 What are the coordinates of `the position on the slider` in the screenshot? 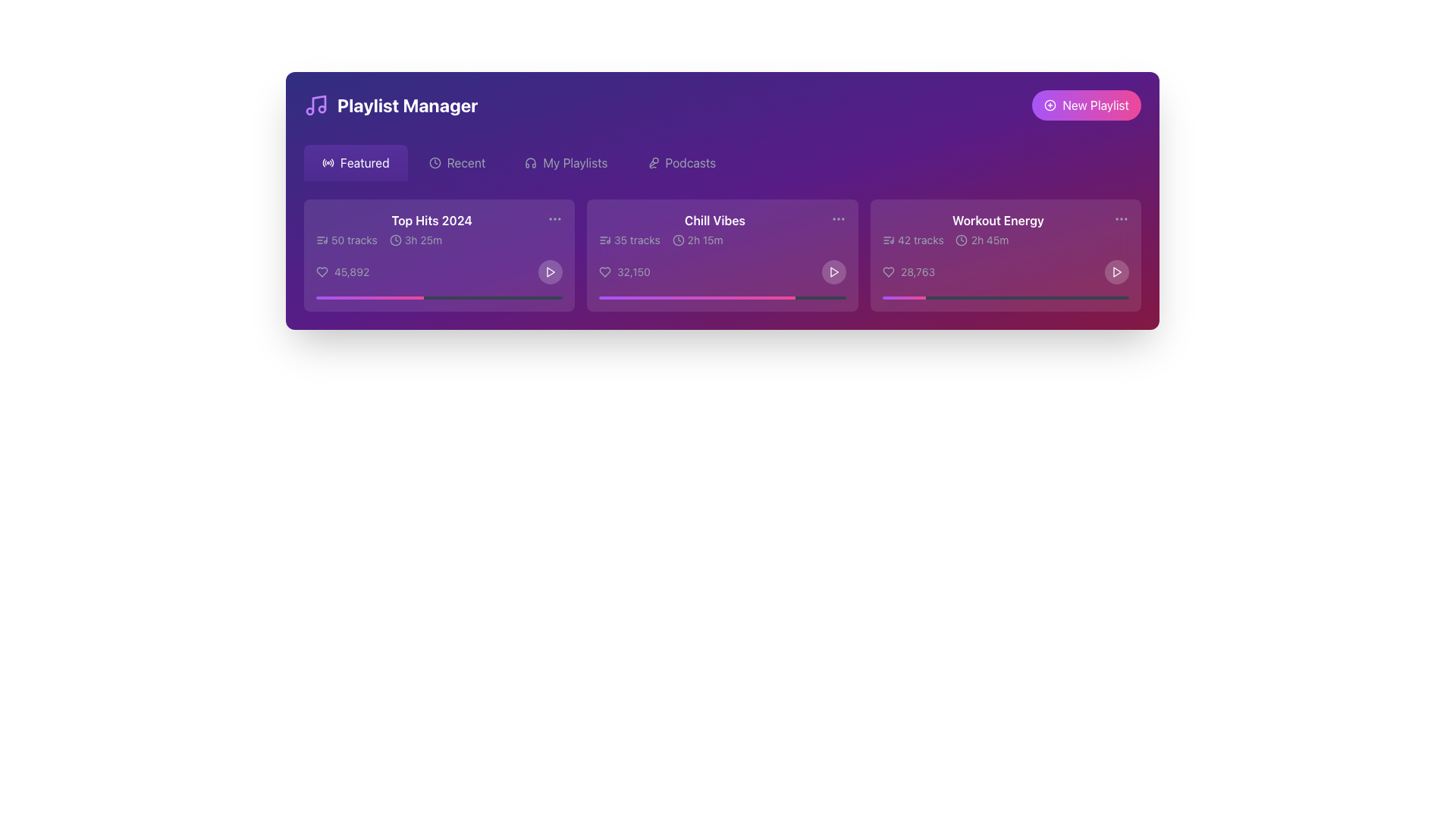 It's located at (657, 298).